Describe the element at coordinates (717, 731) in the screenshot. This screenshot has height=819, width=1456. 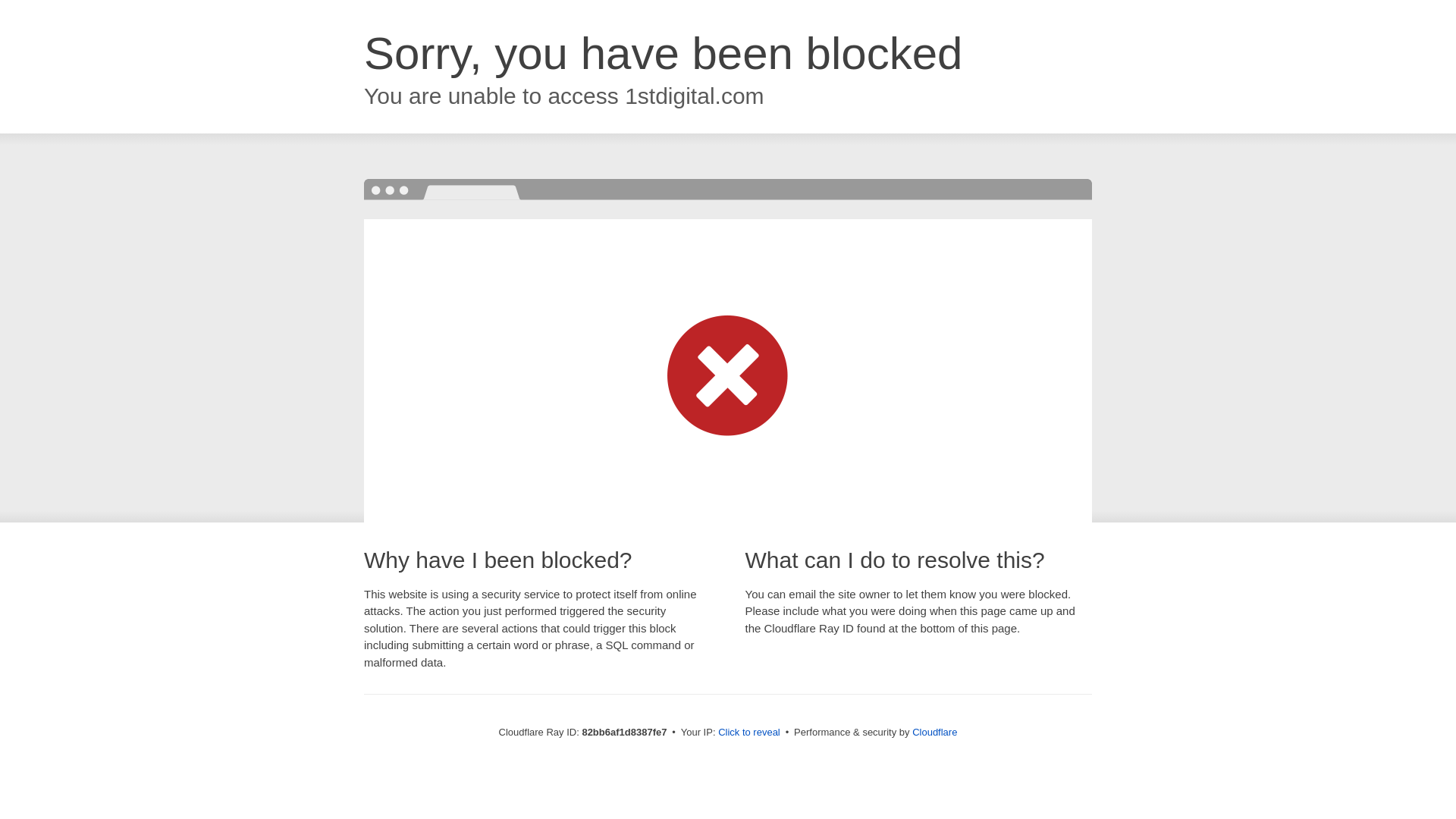
I see `'Click to reveal'` at that location.